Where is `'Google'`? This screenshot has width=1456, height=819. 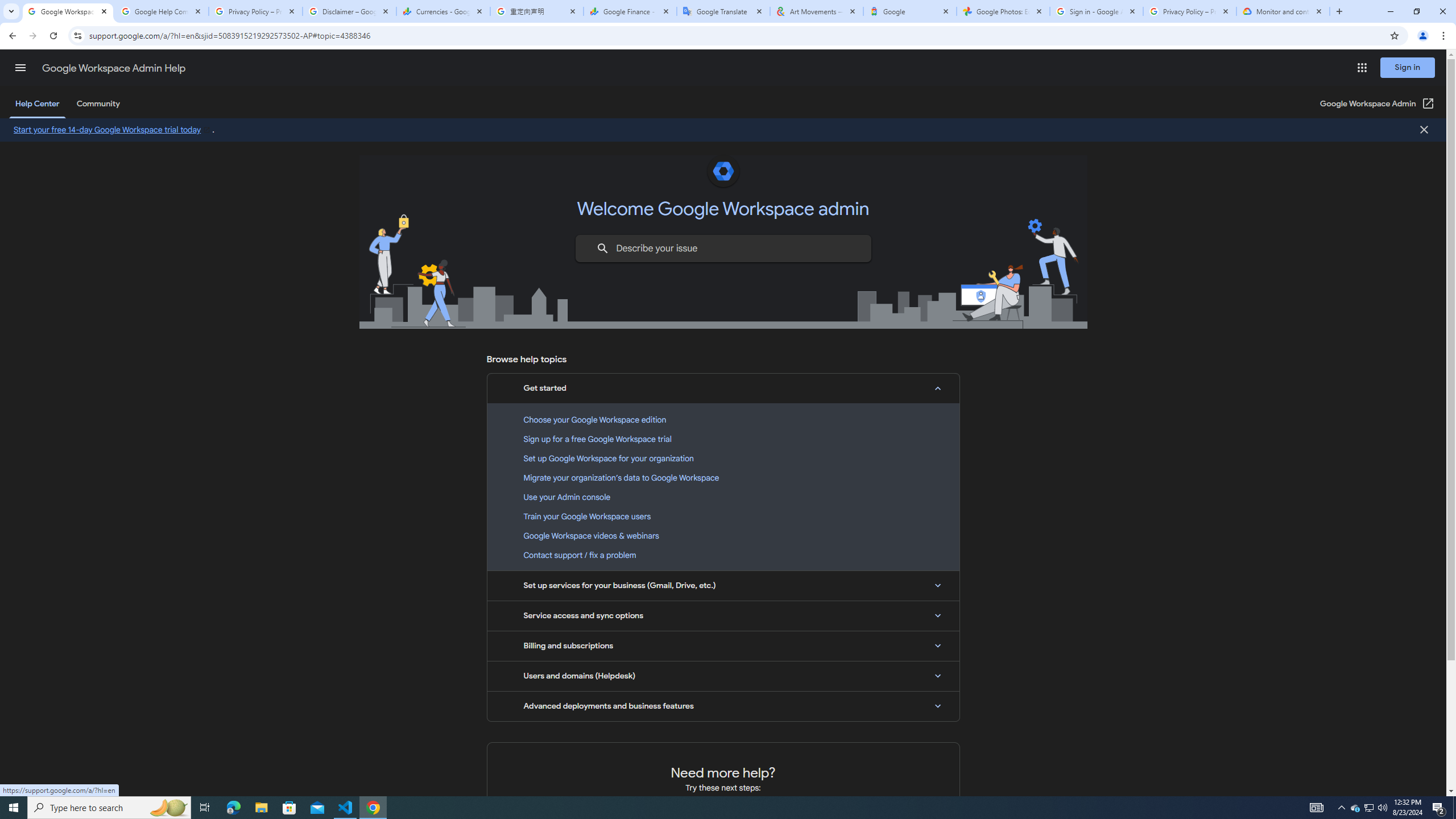 'Google' is located at coordinates (909, 11).